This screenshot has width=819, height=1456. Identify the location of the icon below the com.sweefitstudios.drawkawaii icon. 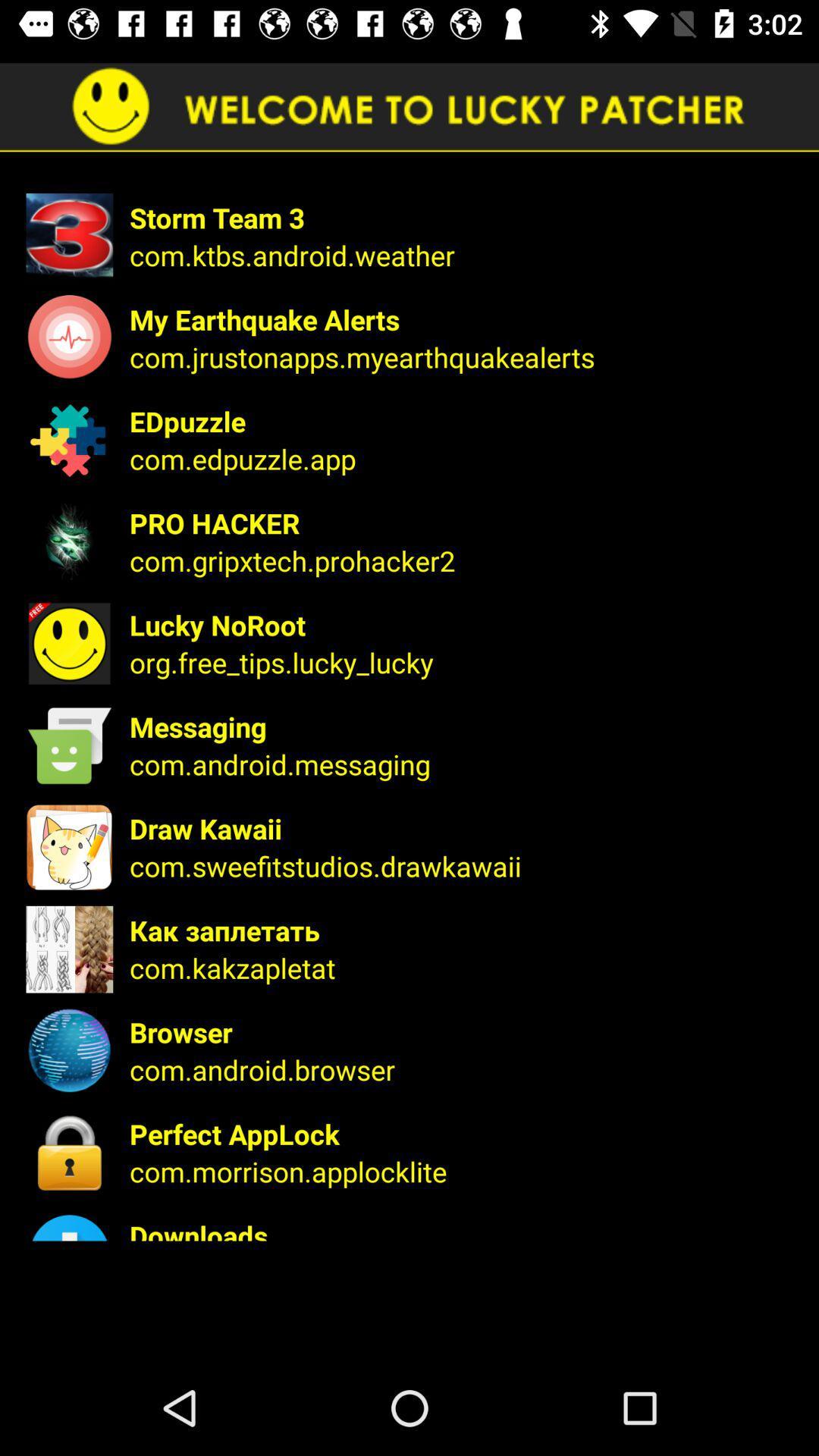
(463, 930).